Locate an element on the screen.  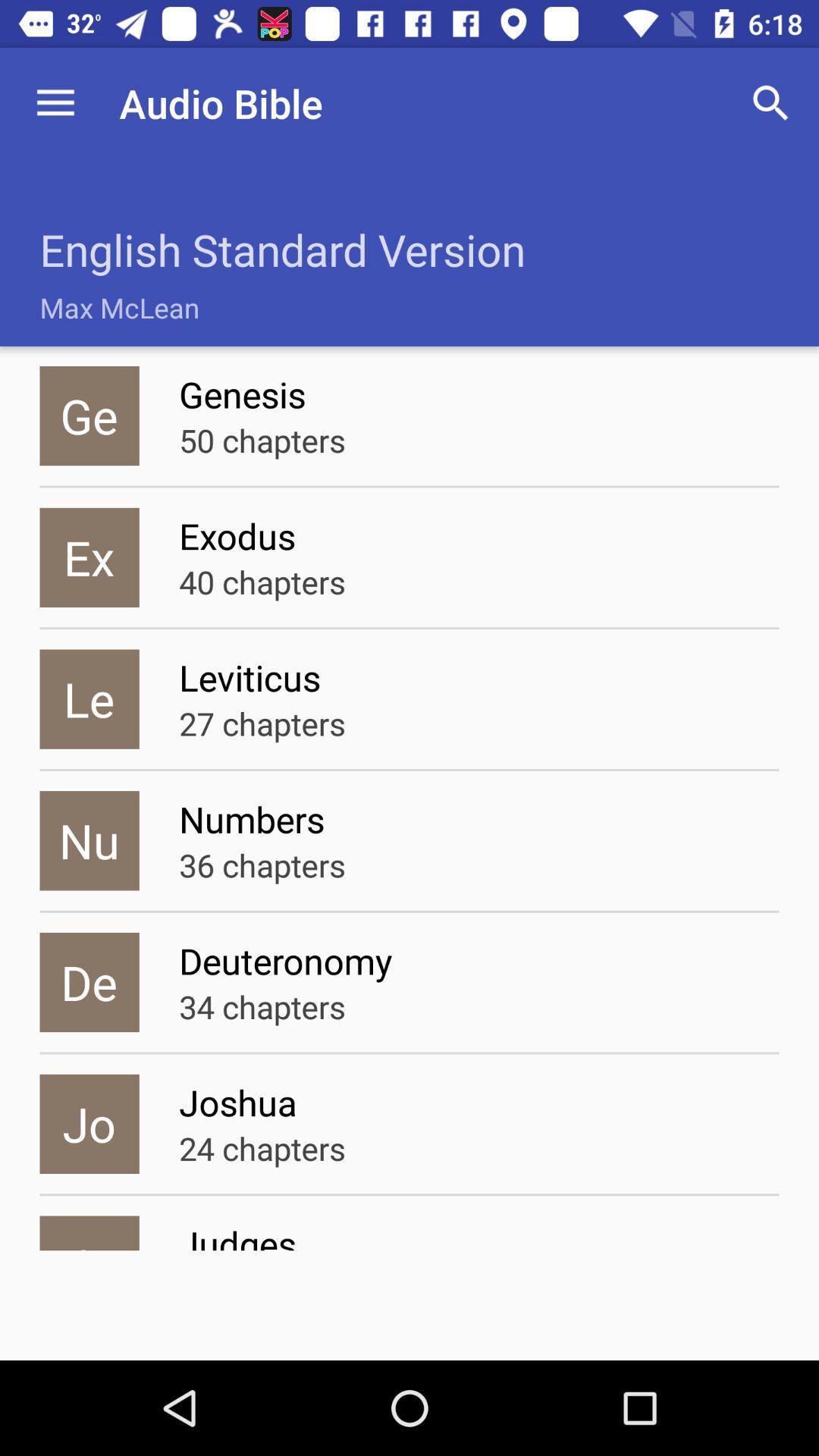
icon to the right of the le icon is located at coordinates (479, 676).